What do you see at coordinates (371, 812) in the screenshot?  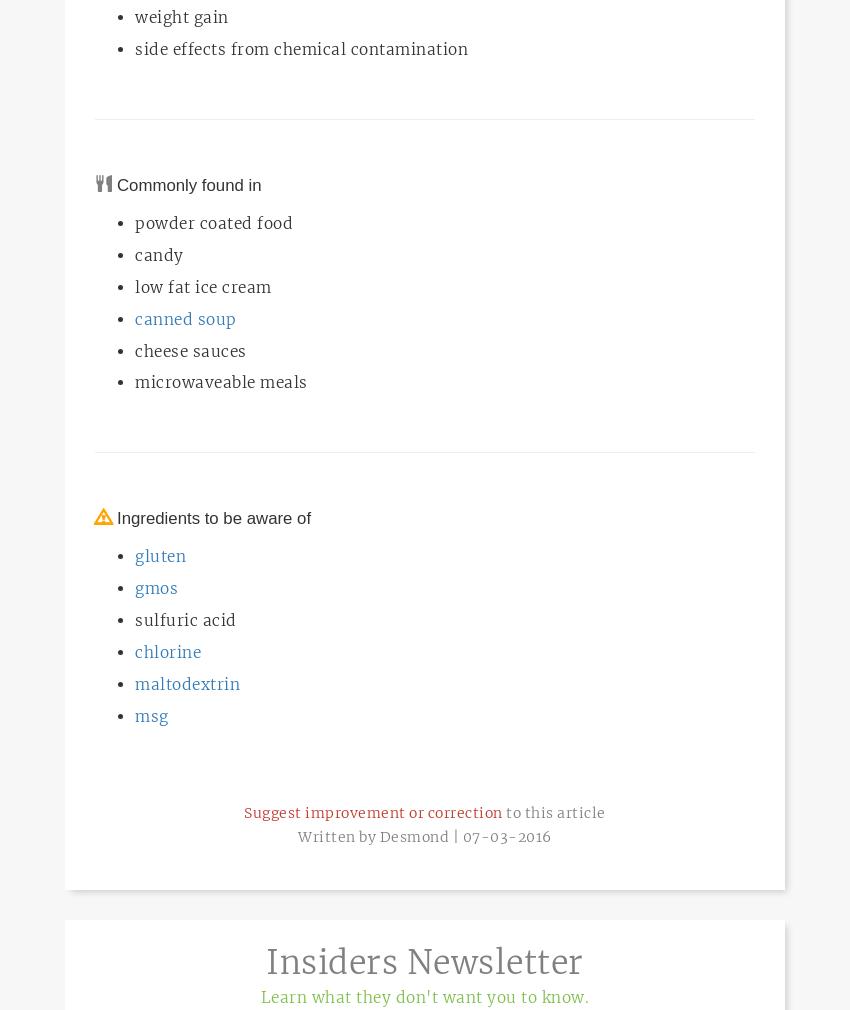 I see `'Suggest improvement or correction'` at bounding box center [371, 812].